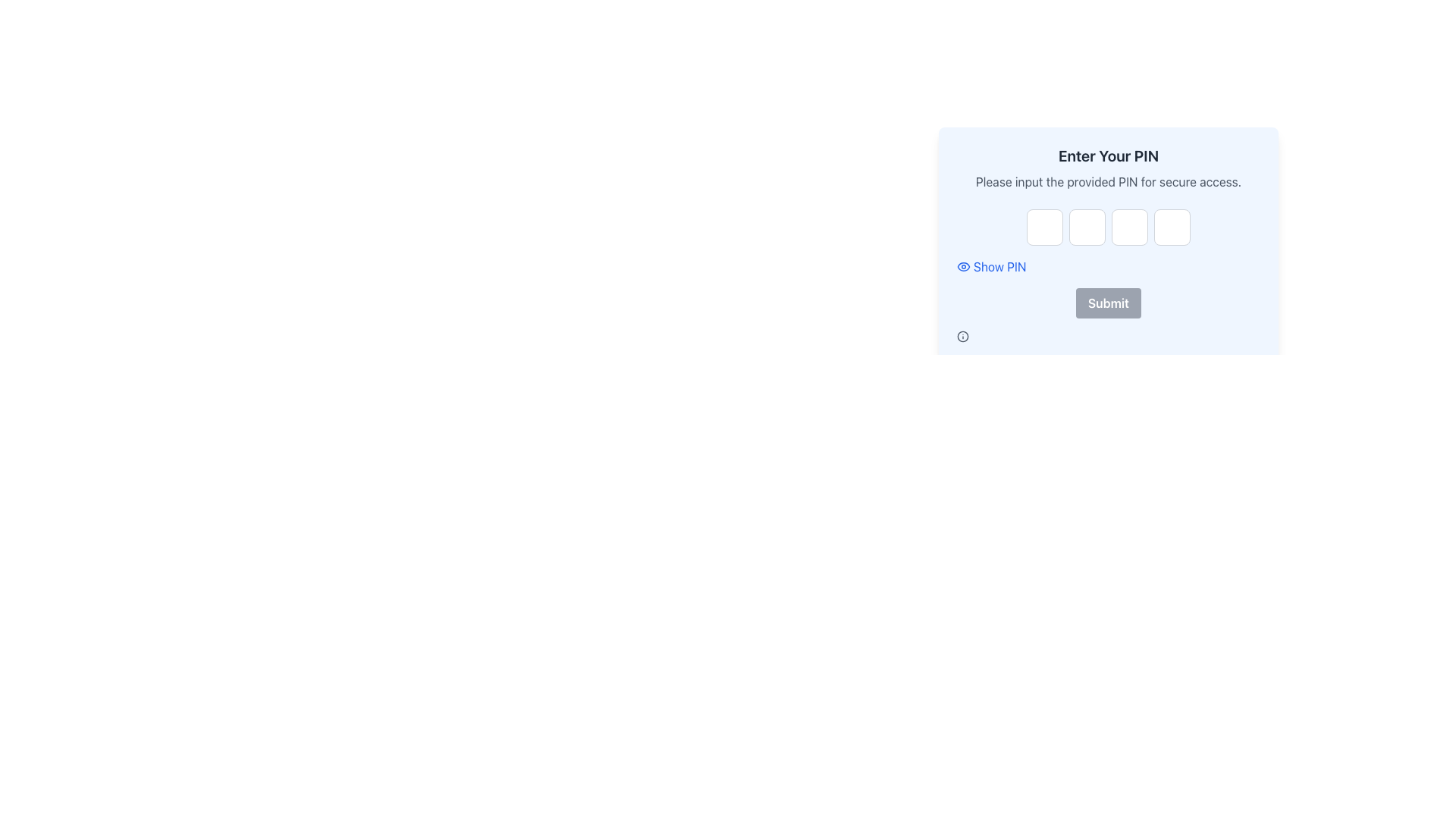  Describe the element at coordinates (1129, 227) in the screenshot. I see `the third password input field in the PIN entry system to focus it` at that location.